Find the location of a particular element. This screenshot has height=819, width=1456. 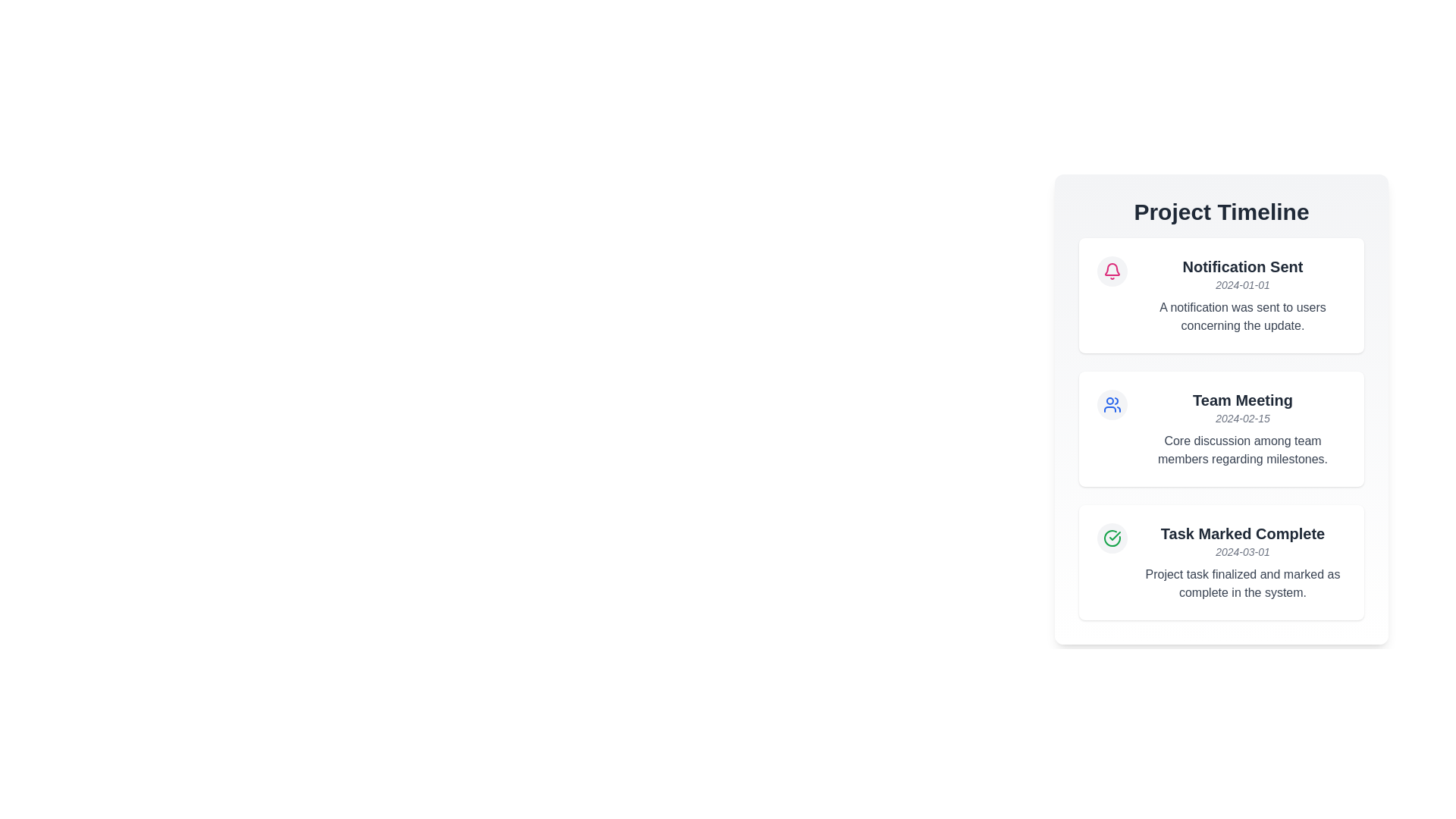

the circular icon with a light gray background and a green checkmark, located in the card titled 'Task Marked Complete' in the top-left corner is located at coordinates (1112, 537).